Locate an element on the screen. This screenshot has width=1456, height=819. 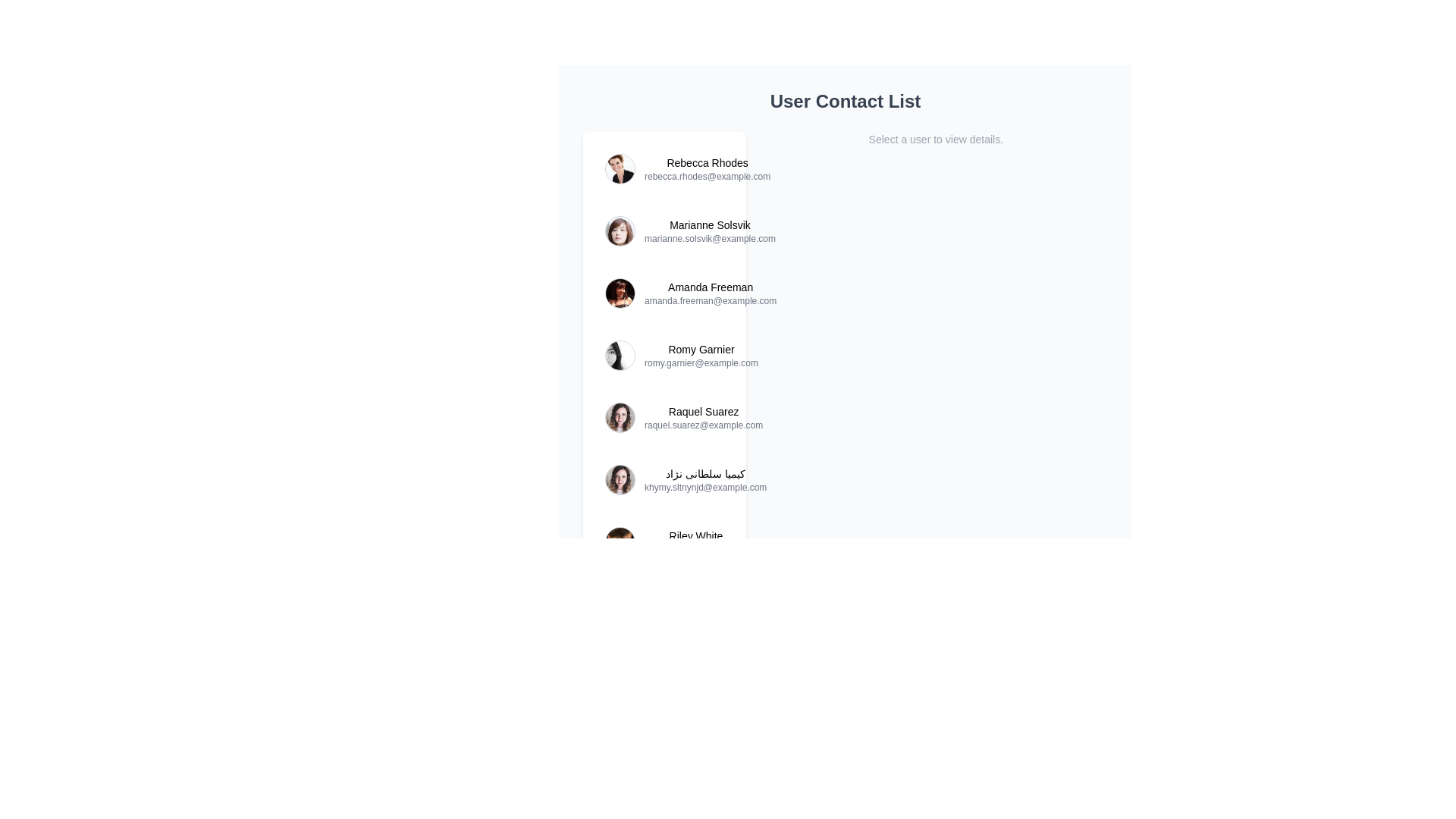
the email address text label, which is displayed in light gray font below the name 'کیمیا سلطانی نژاد' in a user contact list interface is located at coordinates (704, 488).